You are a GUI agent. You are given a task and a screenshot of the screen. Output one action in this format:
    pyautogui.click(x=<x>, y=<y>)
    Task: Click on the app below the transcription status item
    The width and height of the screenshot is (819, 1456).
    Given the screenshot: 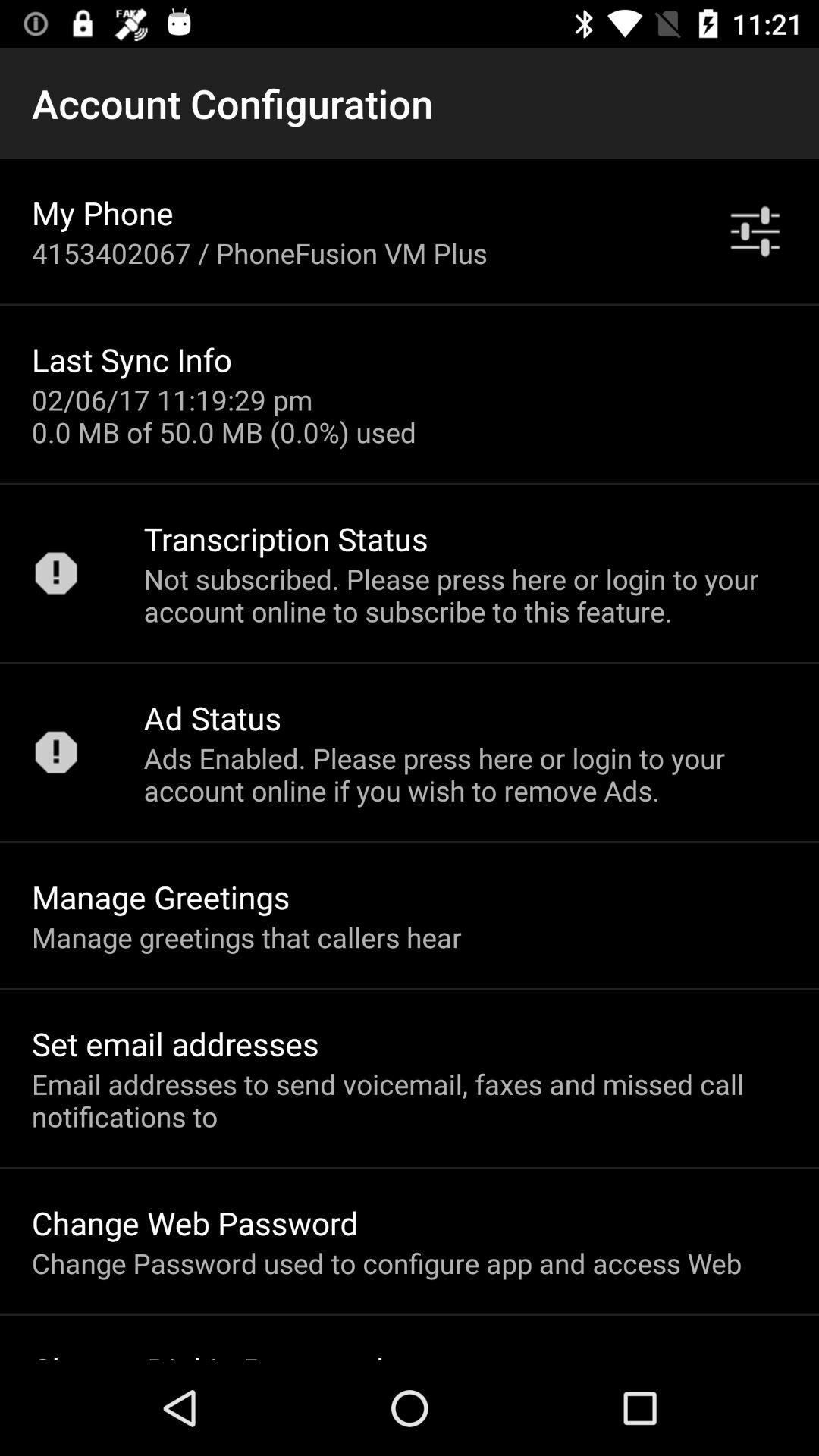 What is the action you would take?
    pyautogui.click(x=464, y=594)
    